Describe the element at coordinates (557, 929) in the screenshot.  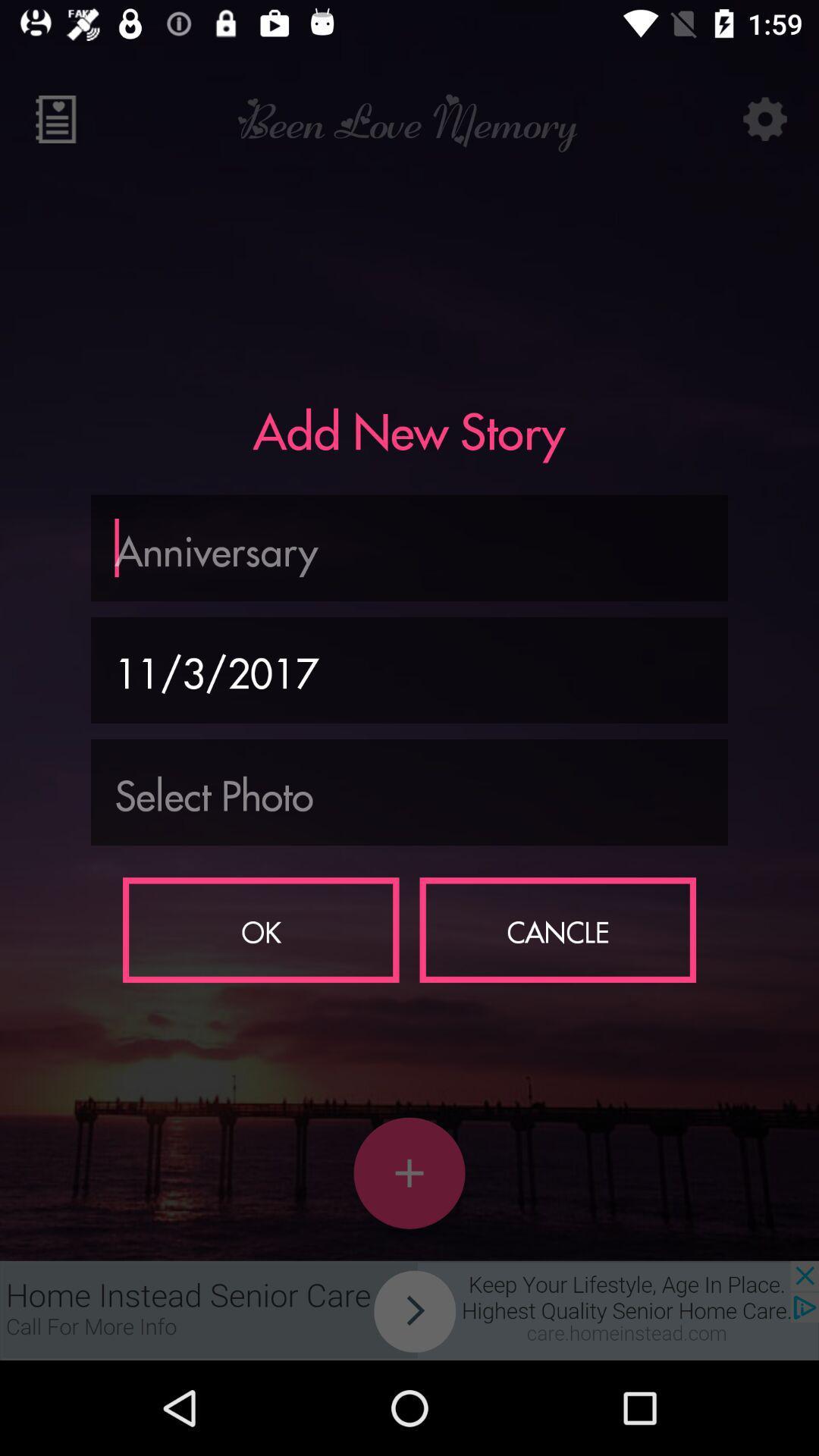
I see `item to the right of the ok icon` at that location.